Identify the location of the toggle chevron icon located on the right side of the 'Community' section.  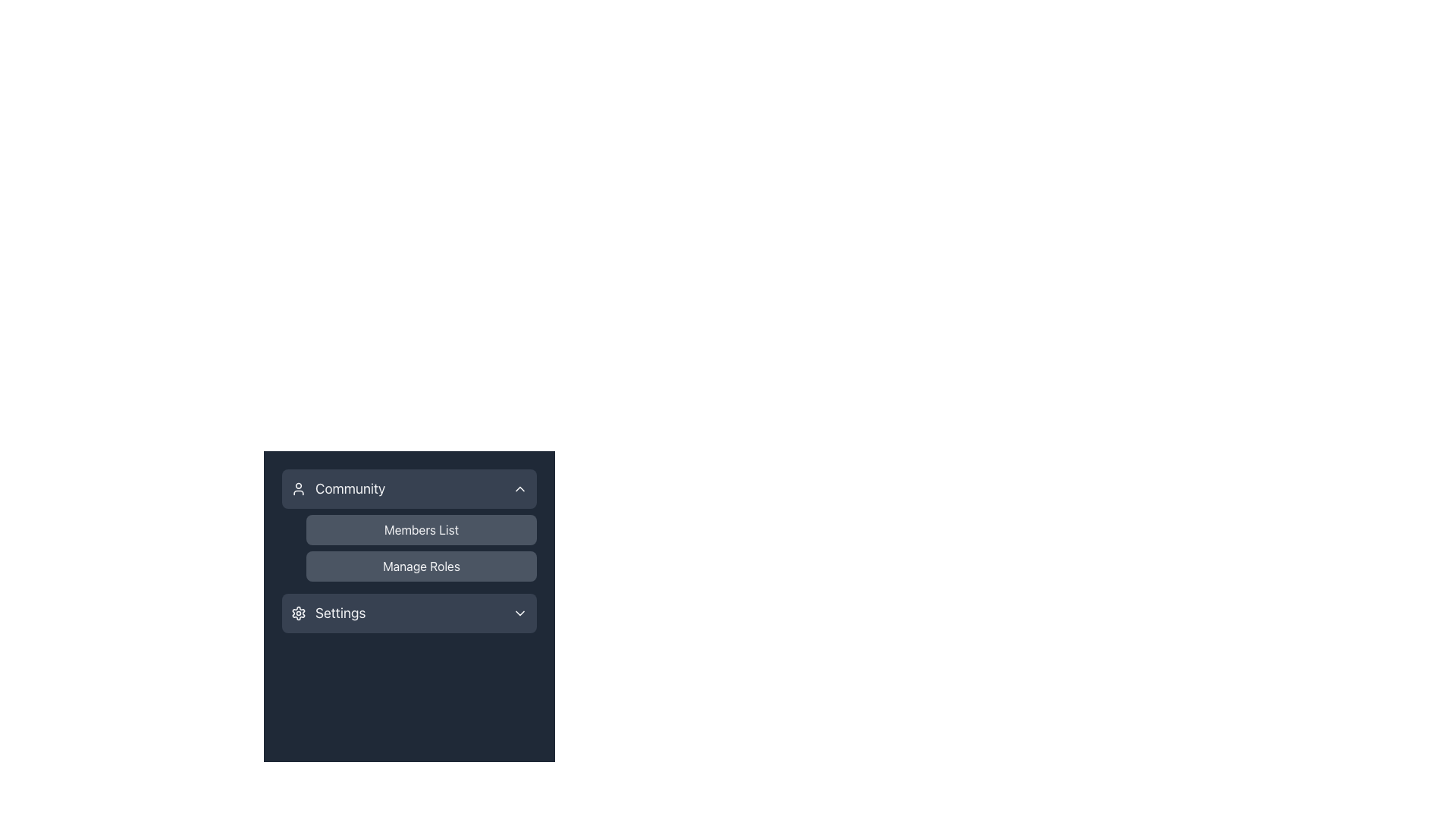
(520, 488).